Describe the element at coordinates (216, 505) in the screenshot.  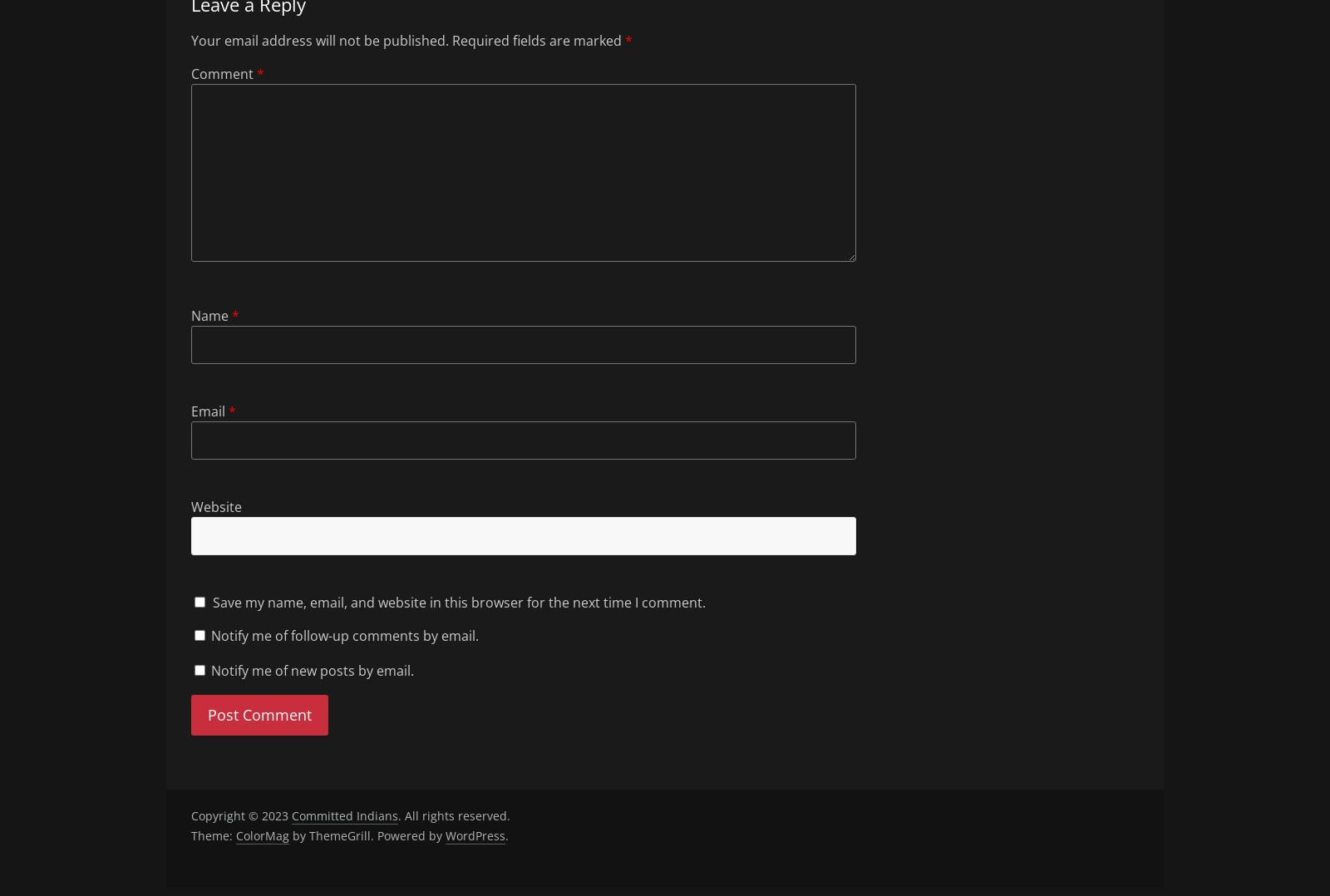
I see `'Website'` at that location.